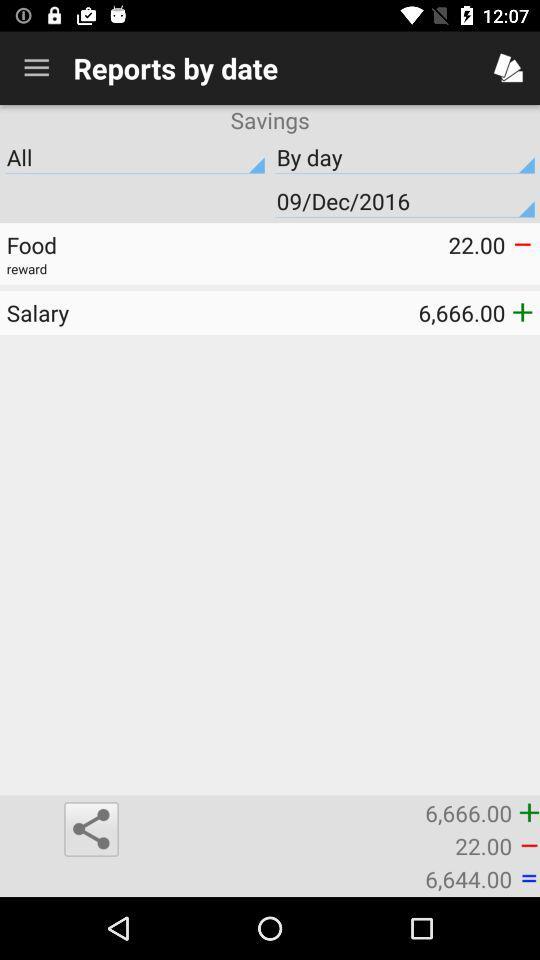  I want to click on icon below savings item, so click(135, 156).